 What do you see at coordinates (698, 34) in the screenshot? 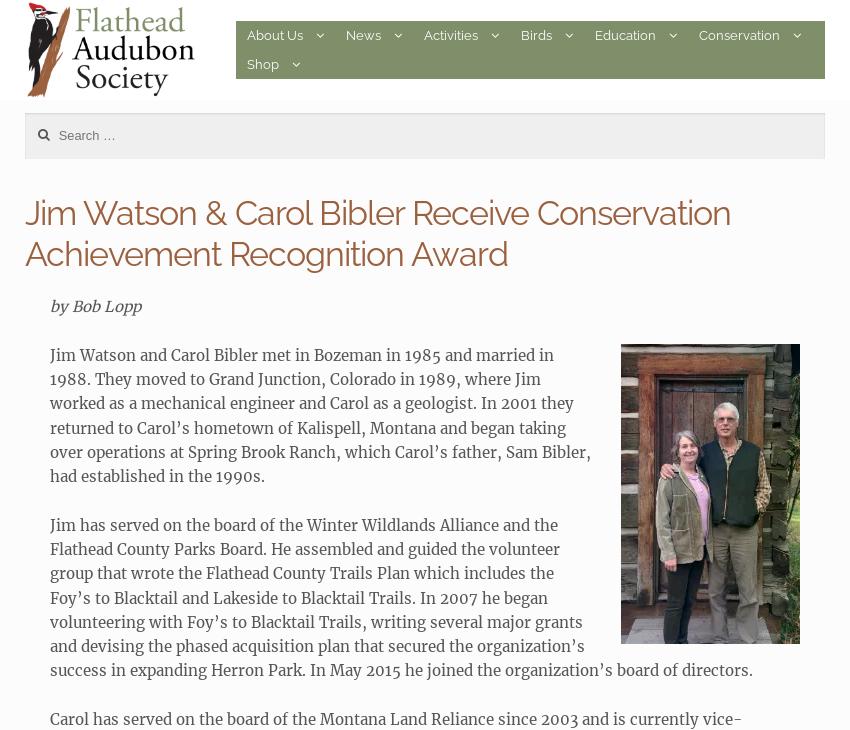
I see `'Conservation'` at bounding box center [698, 34].